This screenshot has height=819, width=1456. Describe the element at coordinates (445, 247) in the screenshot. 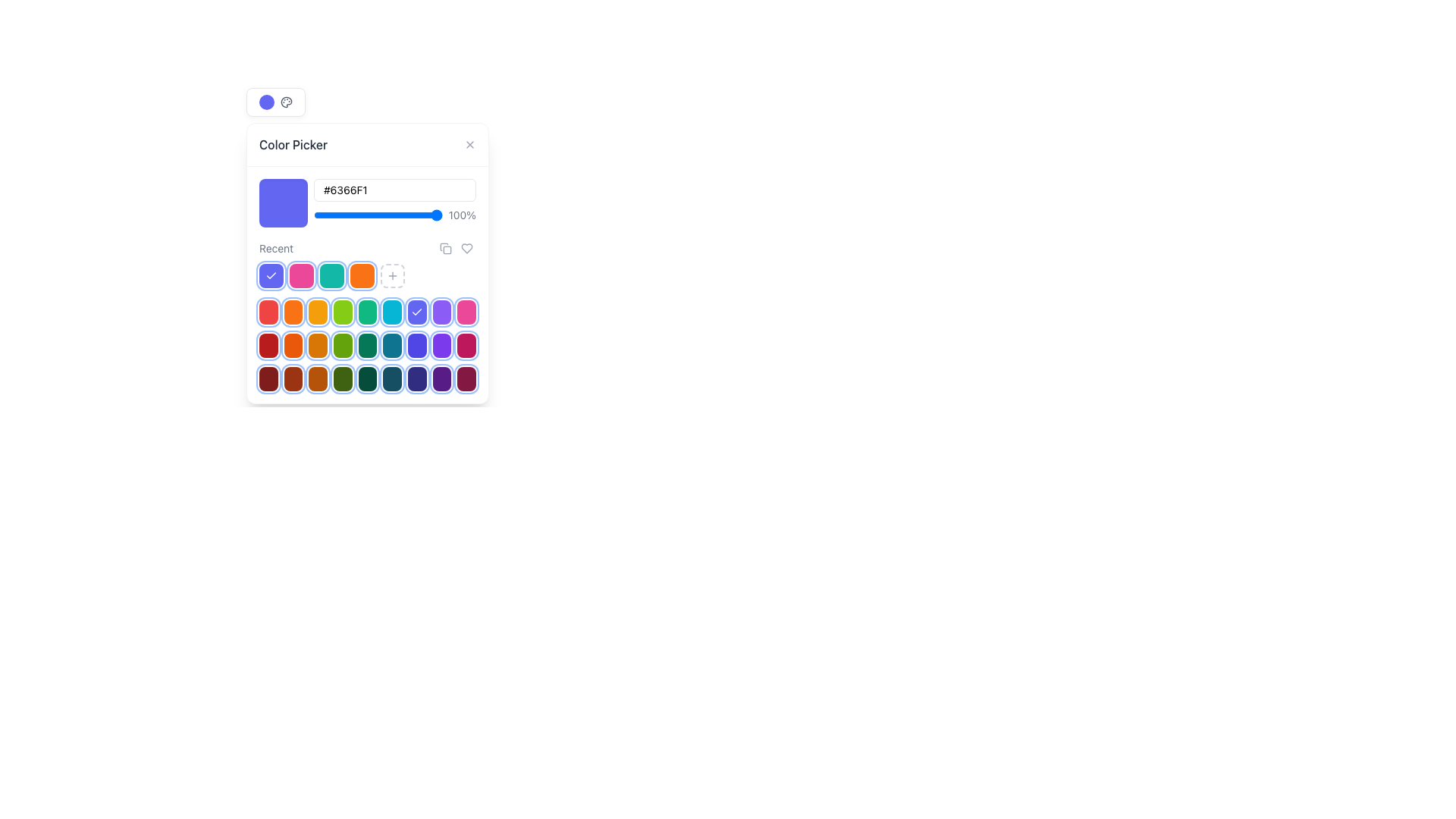

I see `the leftmost button with an icon in the top-right part of the color picker dialog to copy a value` at that location.